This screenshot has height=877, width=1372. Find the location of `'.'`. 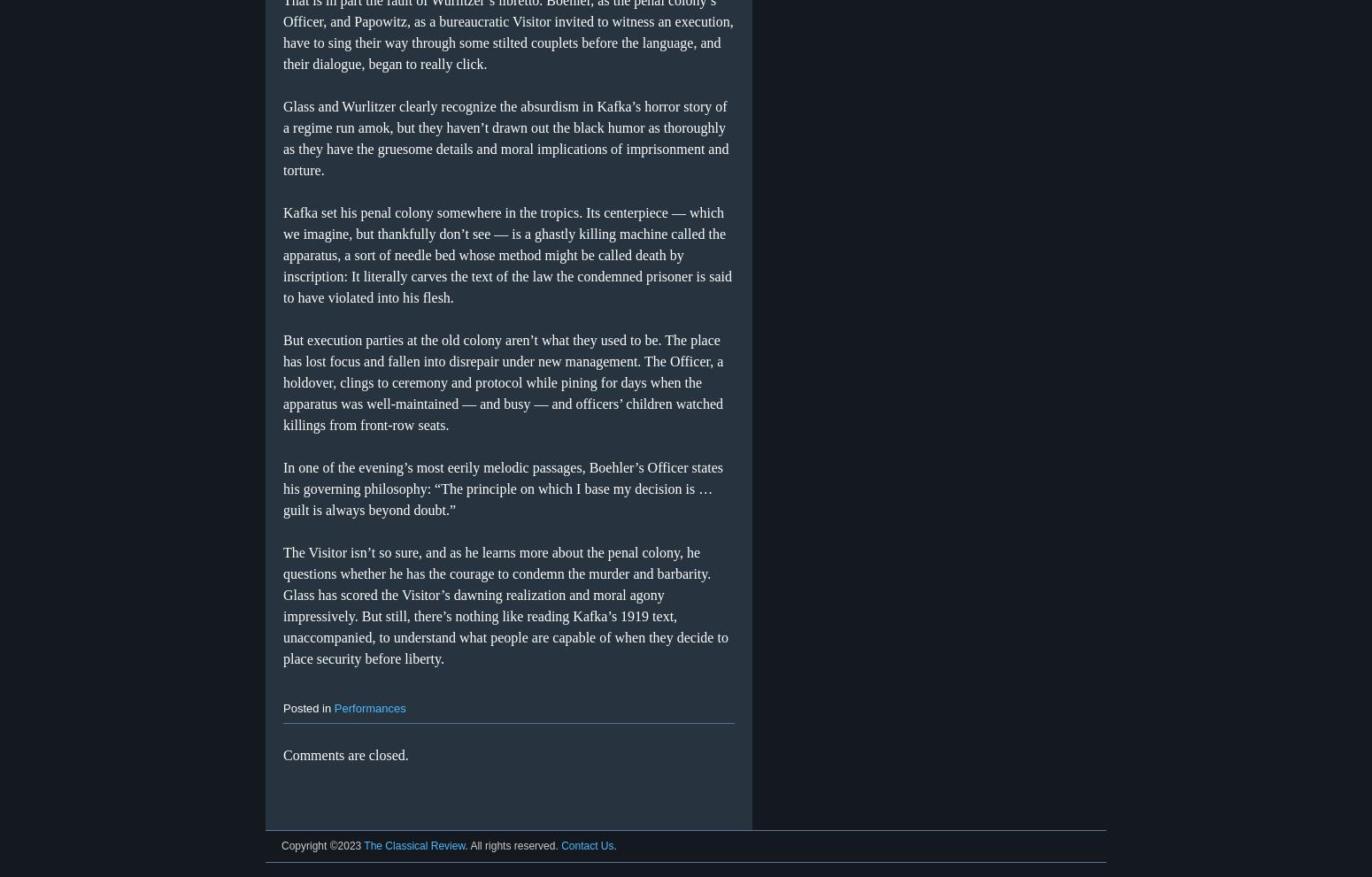

'.' is located at coordinates (613, 846).